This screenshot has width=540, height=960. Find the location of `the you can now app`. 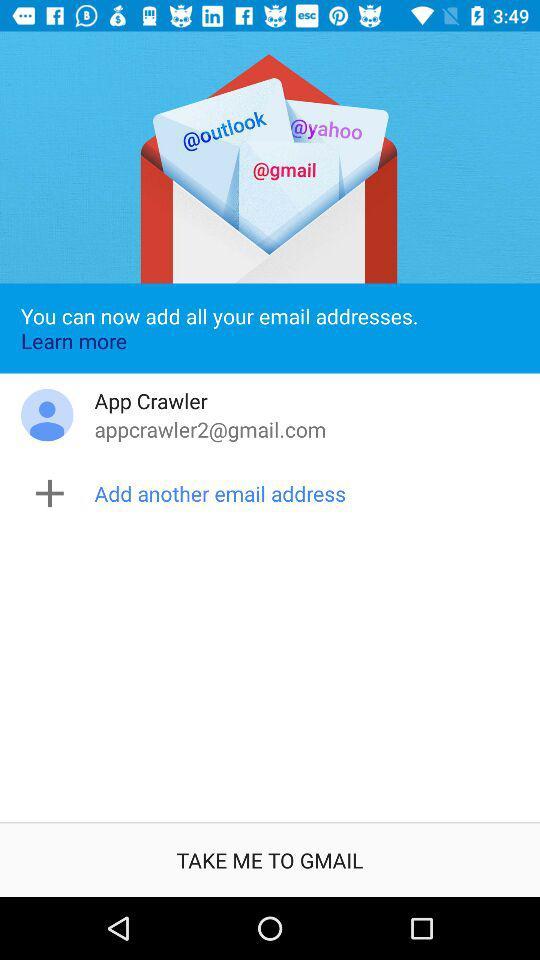

the you can now app is located at coordinates (270, 328).